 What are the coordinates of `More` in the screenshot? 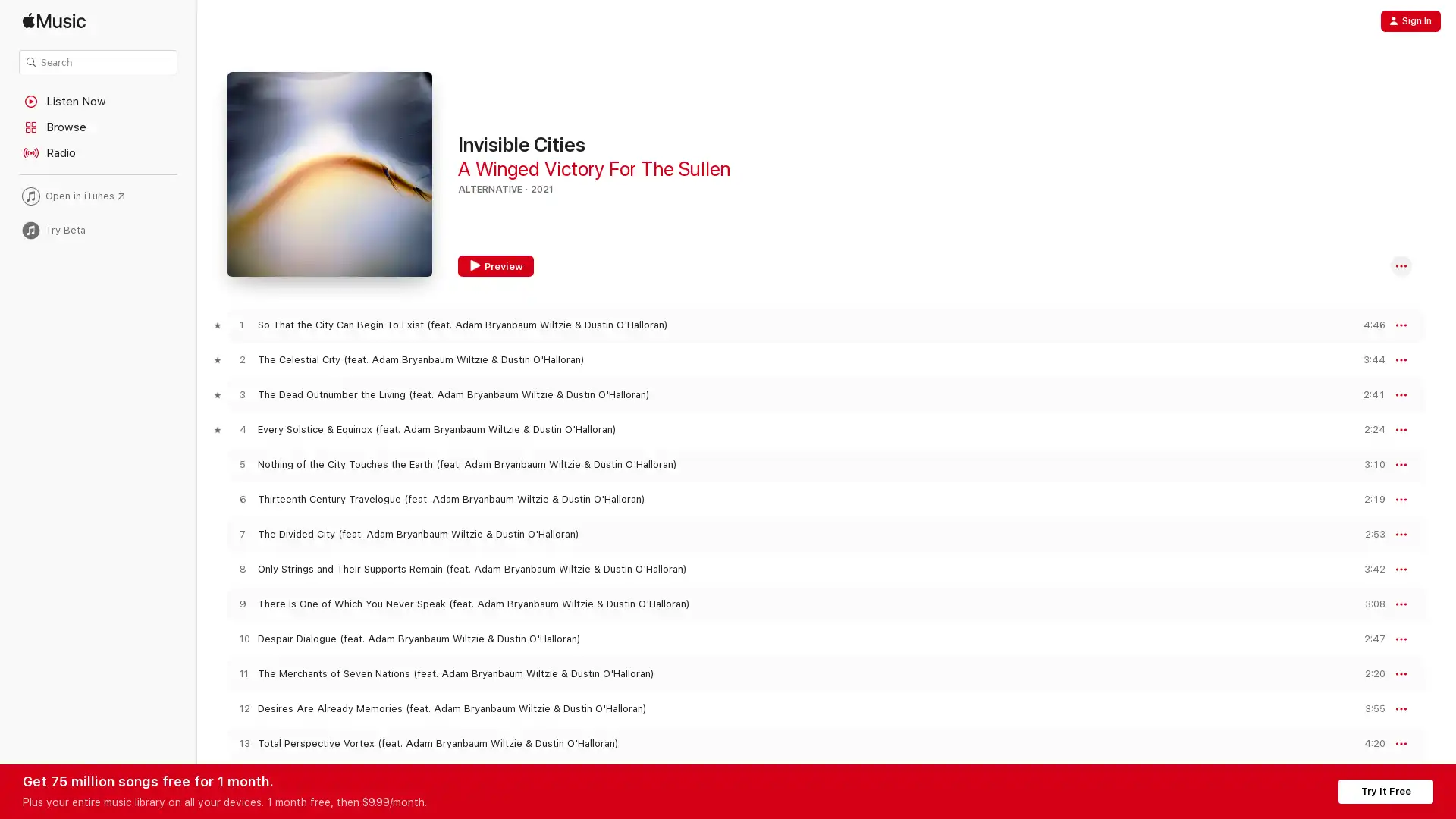 It's located at (1401, 430).